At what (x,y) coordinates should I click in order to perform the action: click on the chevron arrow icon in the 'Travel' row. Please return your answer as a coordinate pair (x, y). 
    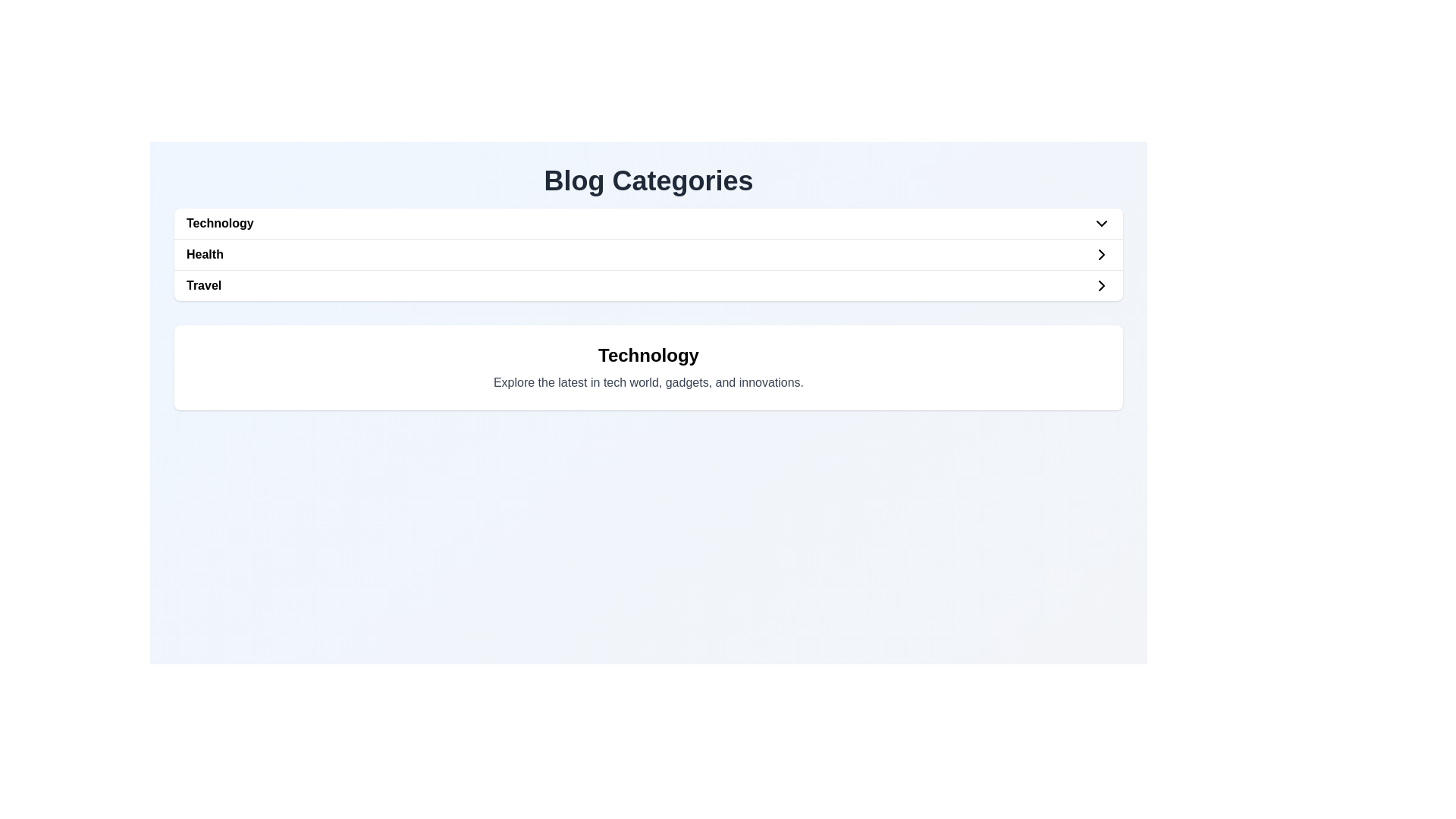
    Looking at the image, I should click on (1102, 286).